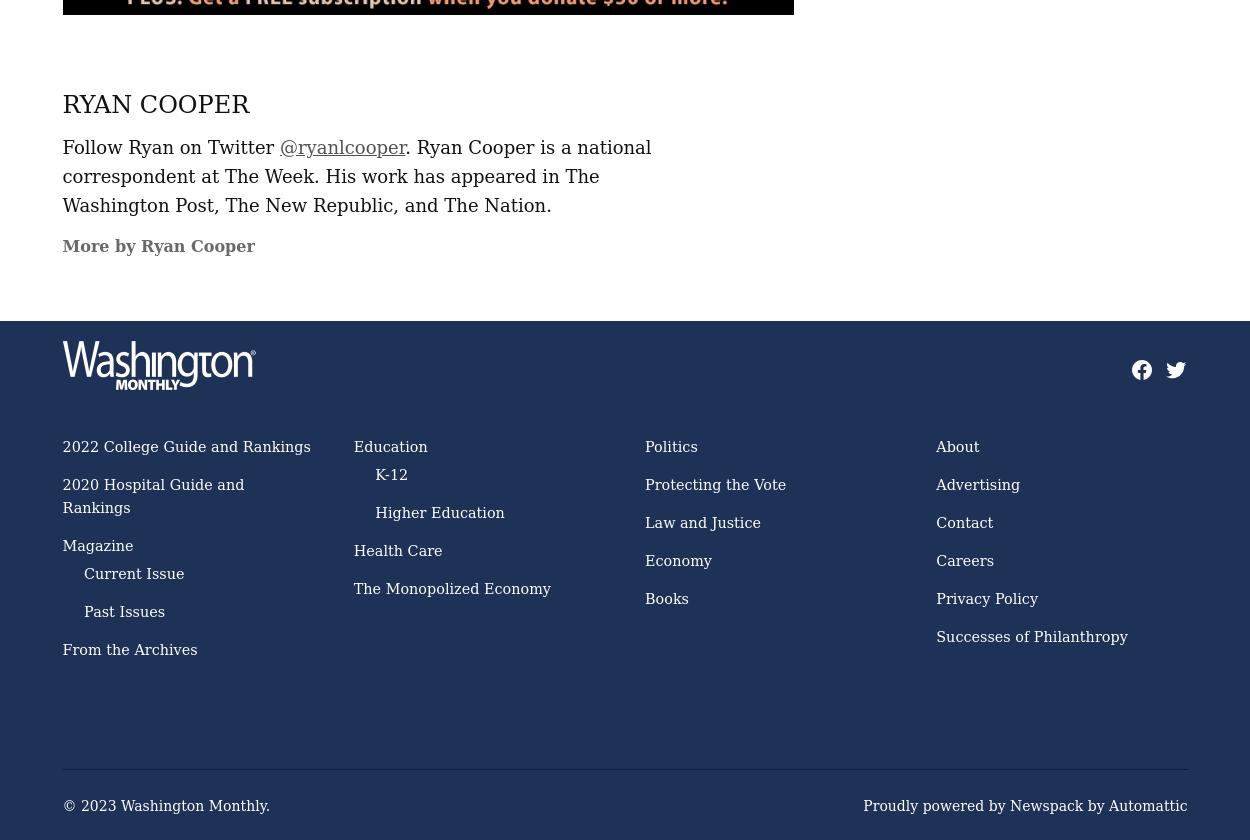 This screenshot has width=1250, height=840. What do you see at coordinates (390, 446) in the screenshot?
I see `'Education'` at bounding box center [390, 446].